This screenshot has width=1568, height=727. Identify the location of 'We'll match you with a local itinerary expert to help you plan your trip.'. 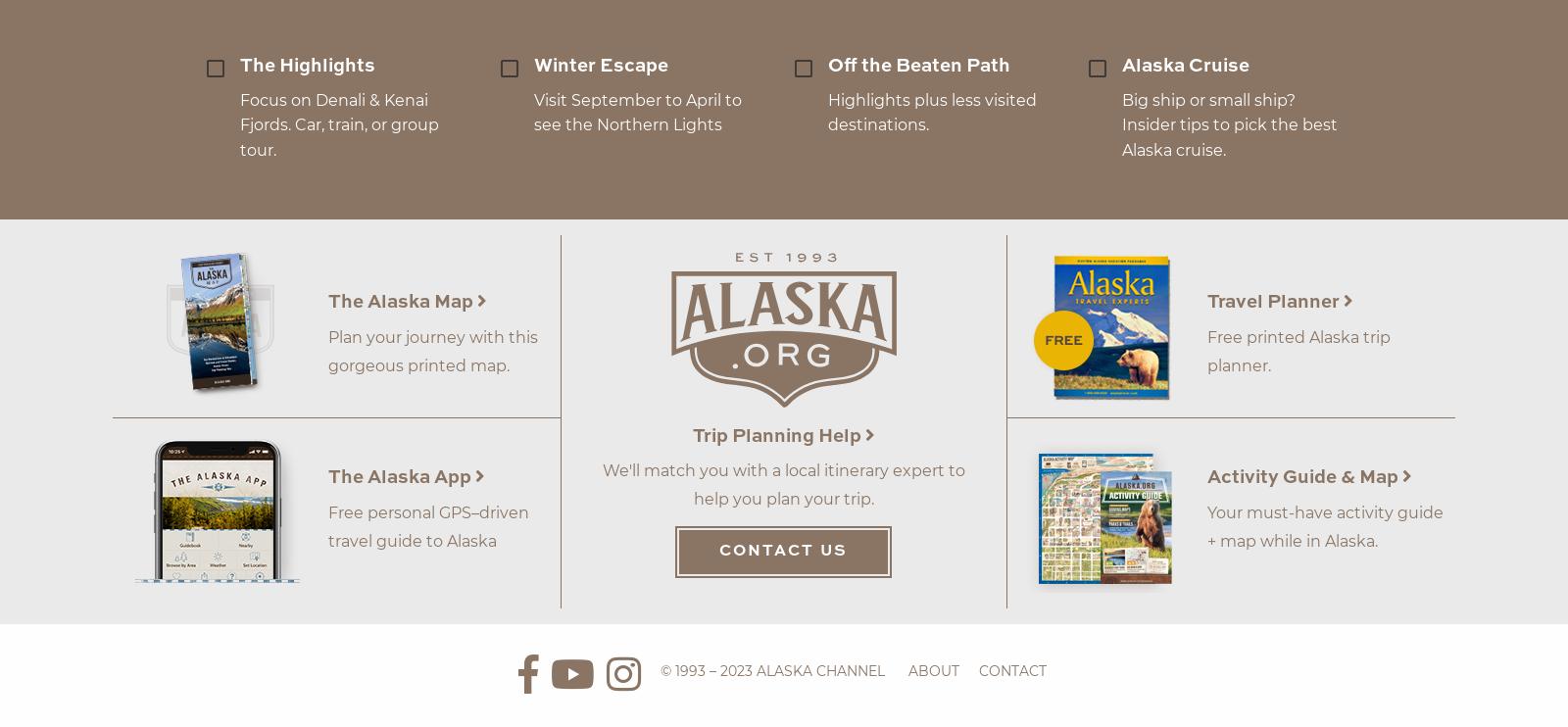
(783, 483).